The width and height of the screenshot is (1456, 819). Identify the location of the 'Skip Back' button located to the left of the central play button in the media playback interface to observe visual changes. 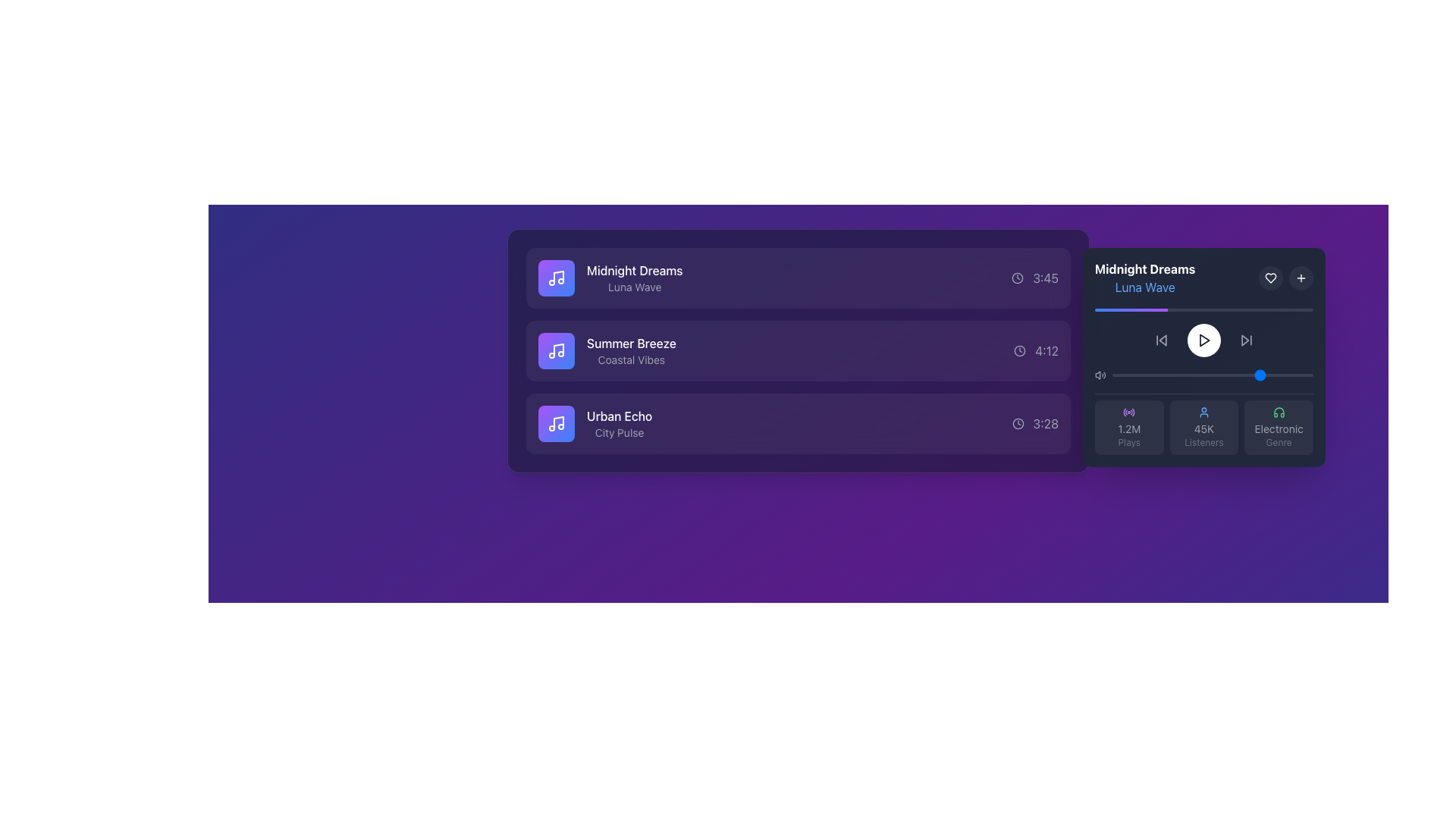
(1160, 339).